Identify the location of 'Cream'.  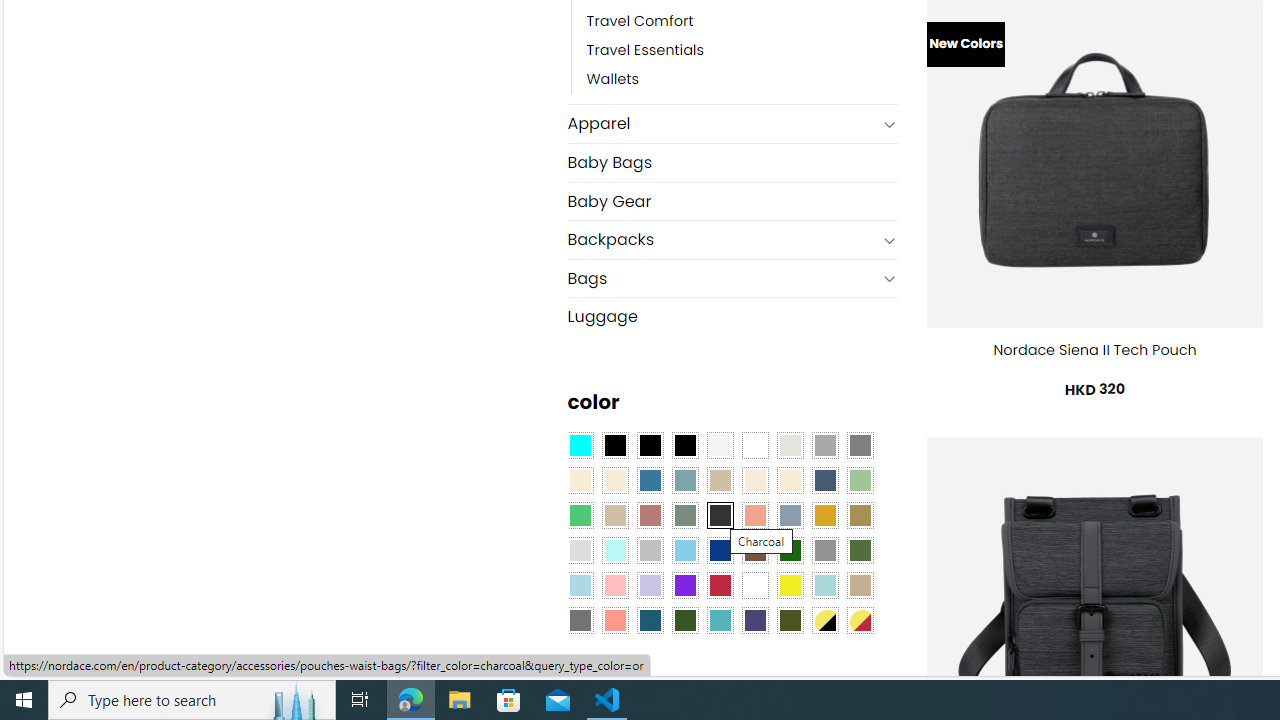
(788, 480).